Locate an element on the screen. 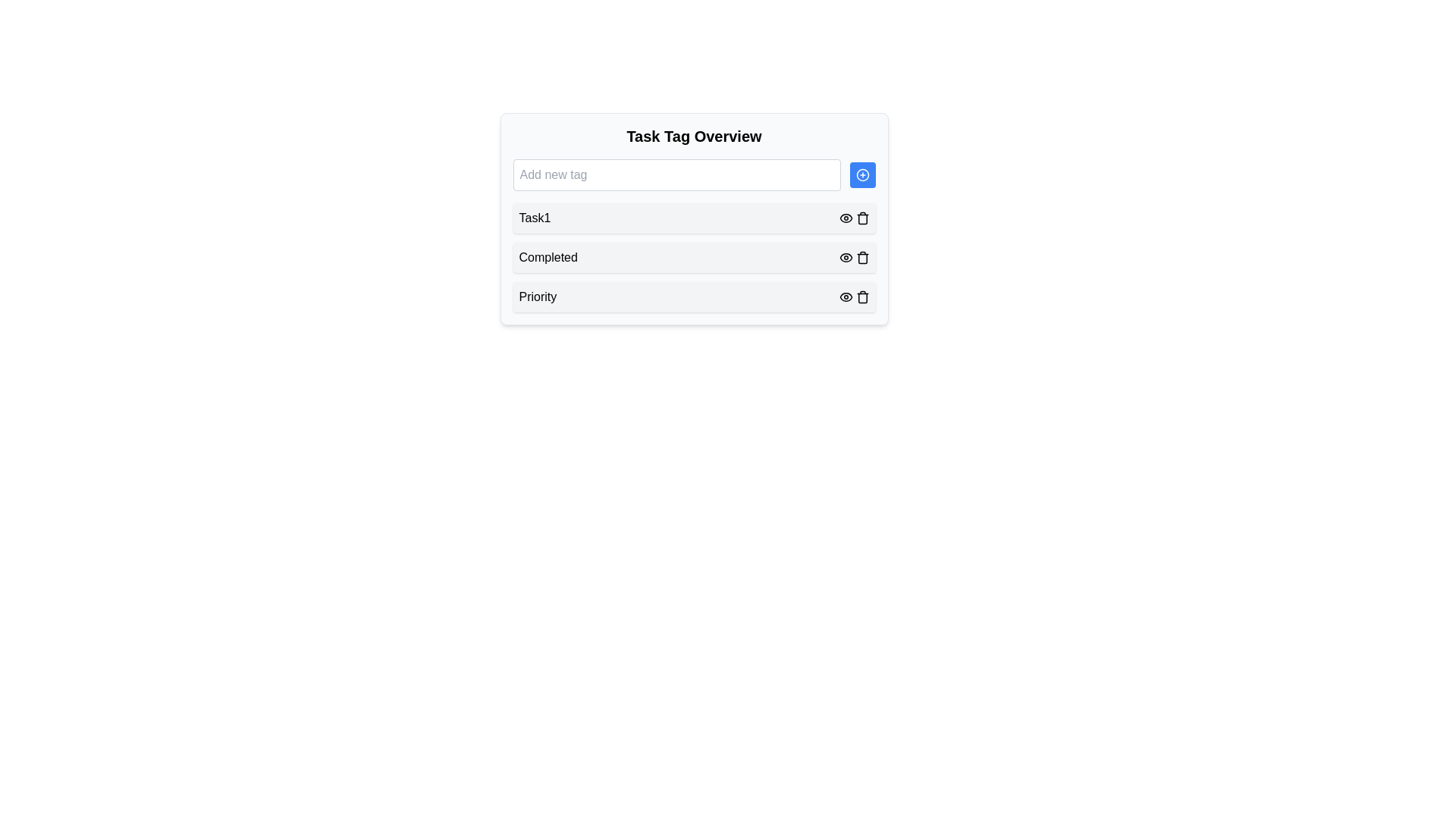  the trash can icon, which serves as a delete button located in the second row of a list of items, positioned to the far right next to an eye-shaped icon is located at coordinates (862, 256).